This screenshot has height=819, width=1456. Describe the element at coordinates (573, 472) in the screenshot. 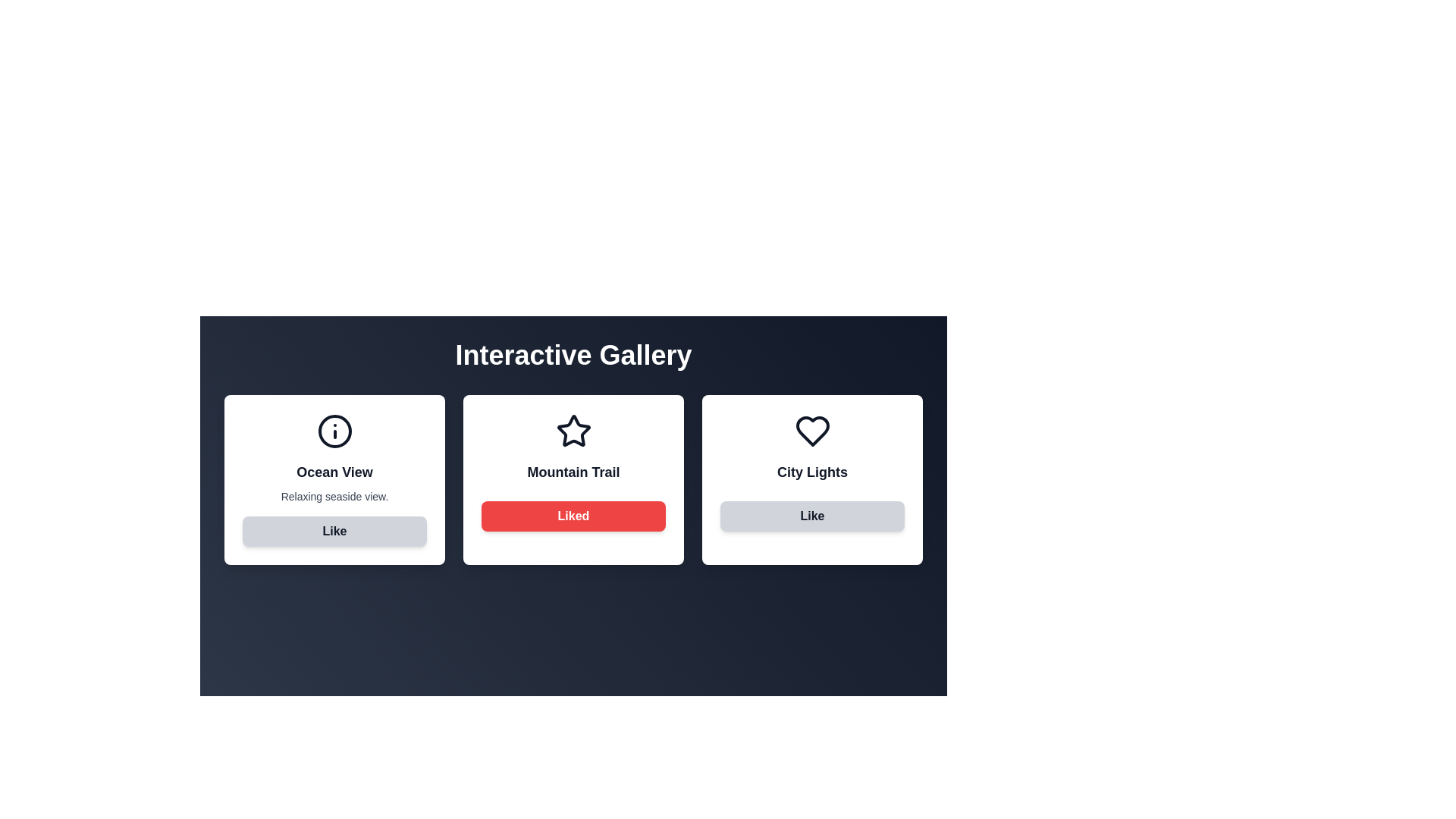

I see `the text label 'Mountain Trail'` at that location.